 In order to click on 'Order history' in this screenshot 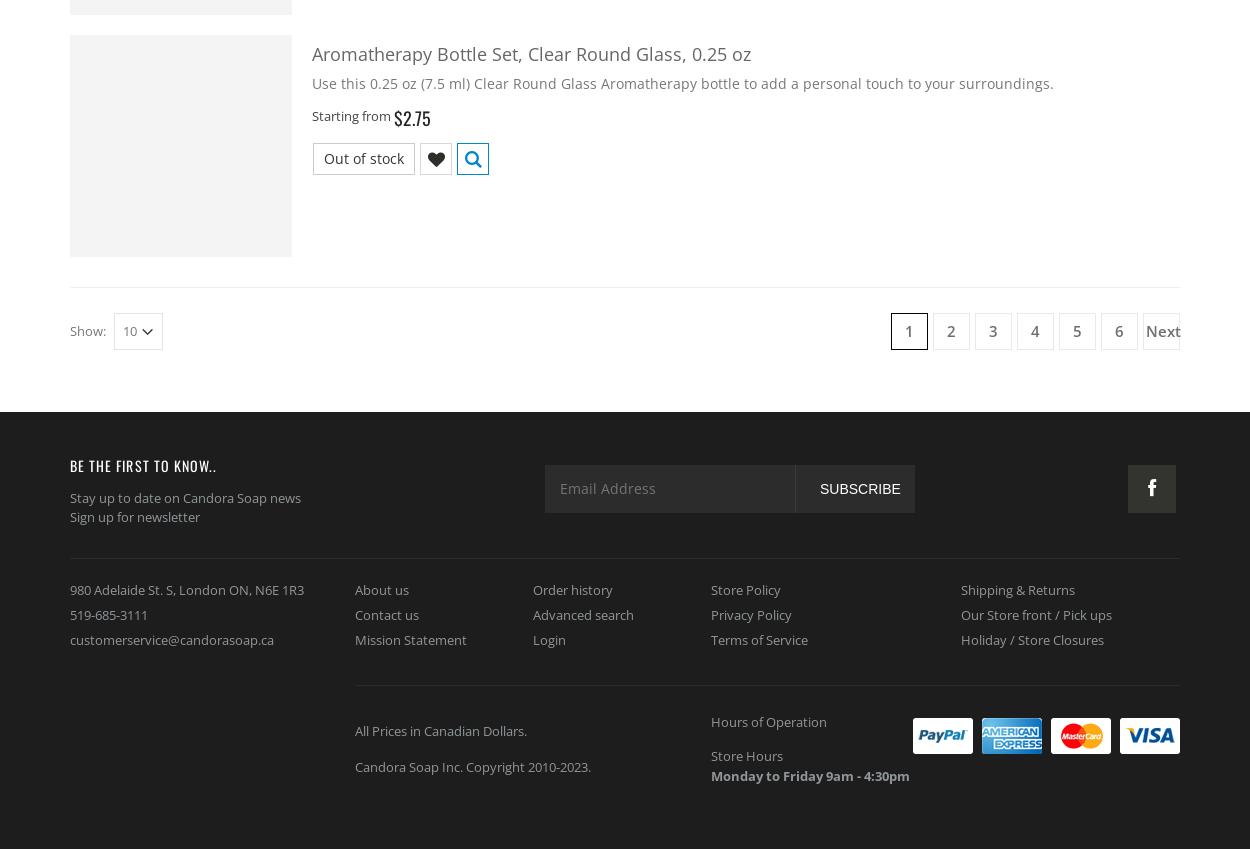, I will do `click(572, 588)`.